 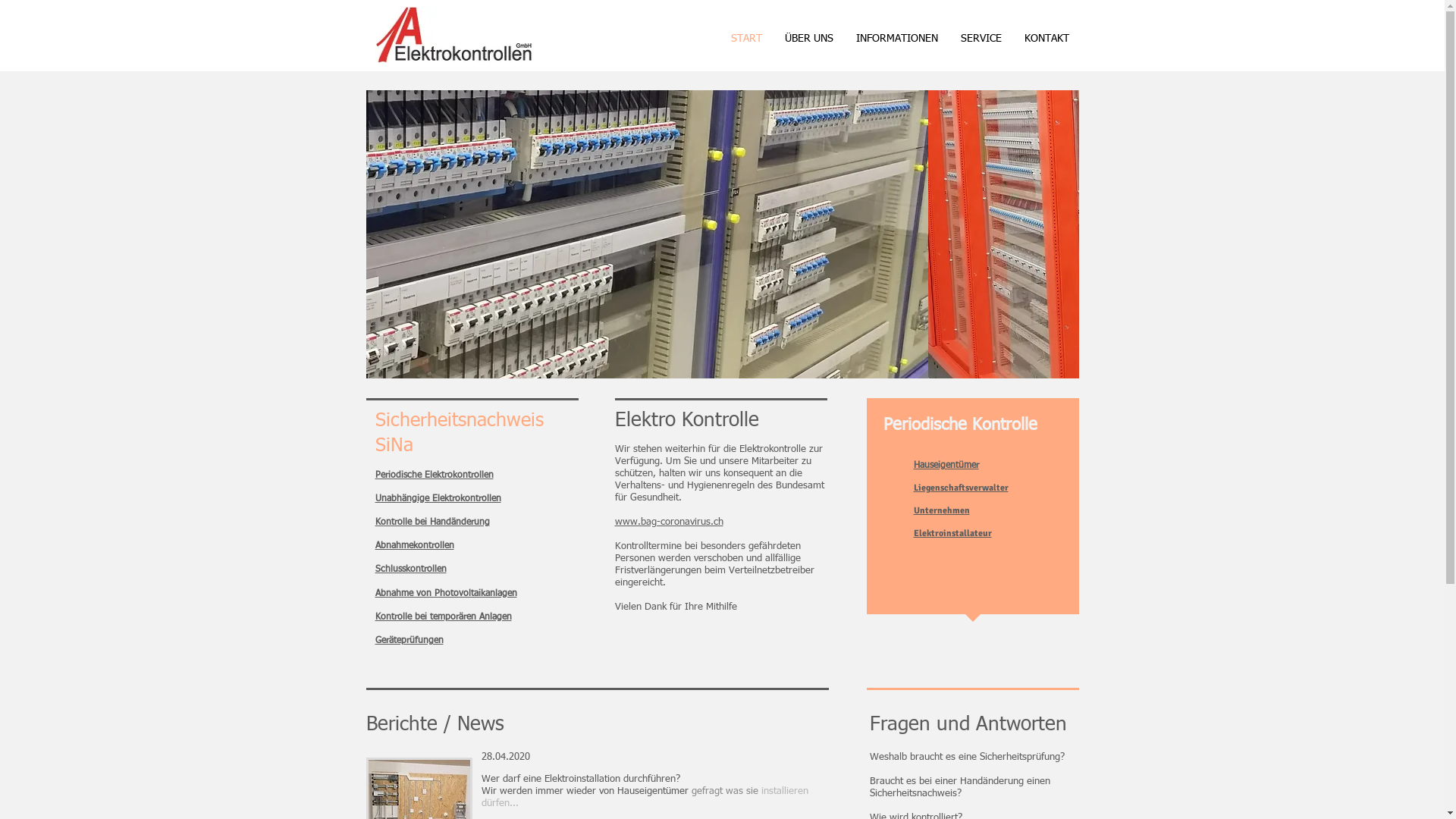 What do you see at coordinates (959, 488) in the screenshot?
I see `'Liegenschaftsverwalter'` at bounding box center [959, 488].